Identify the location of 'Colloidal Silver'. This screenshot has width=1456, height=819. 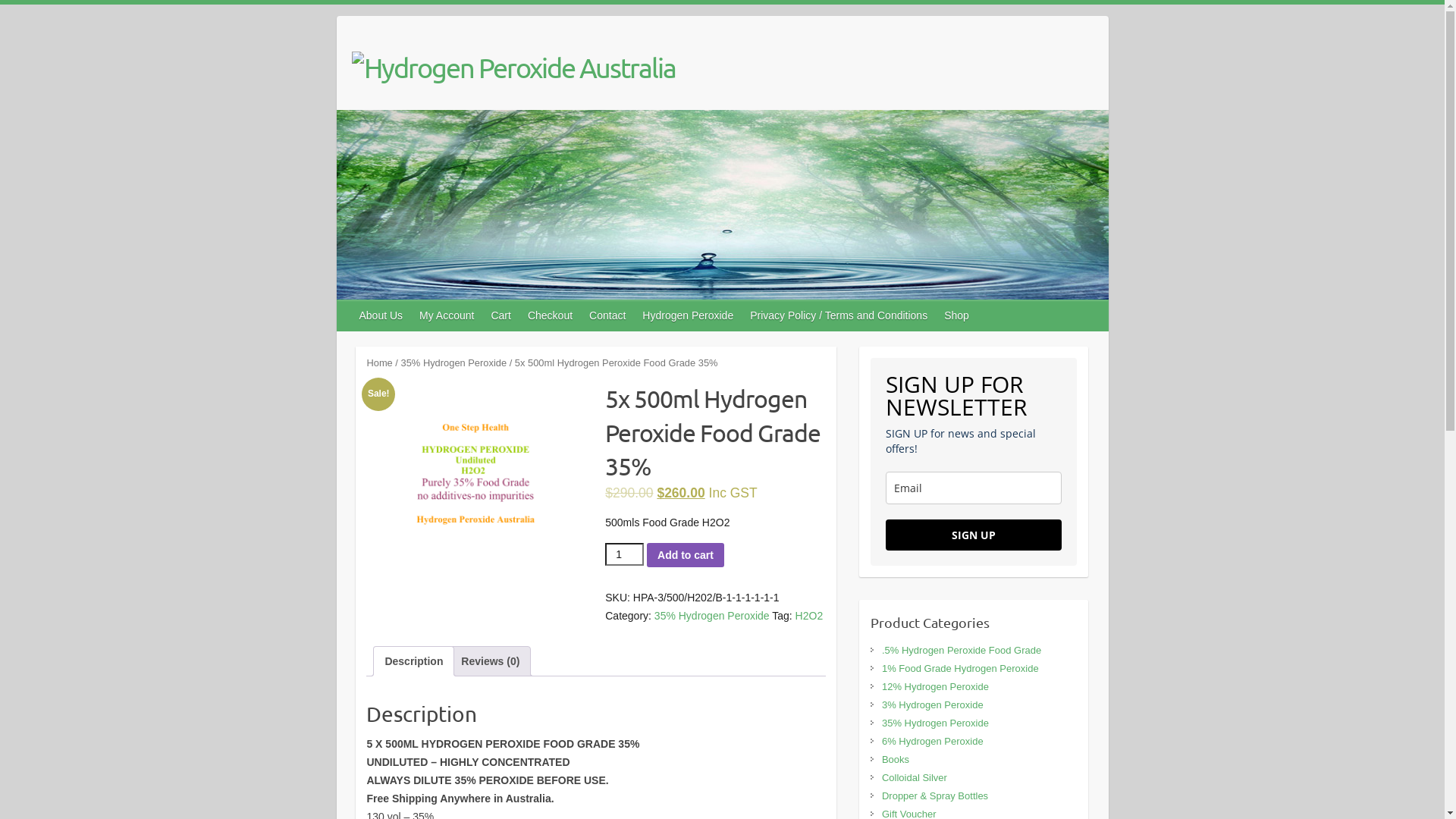
(913, 777).